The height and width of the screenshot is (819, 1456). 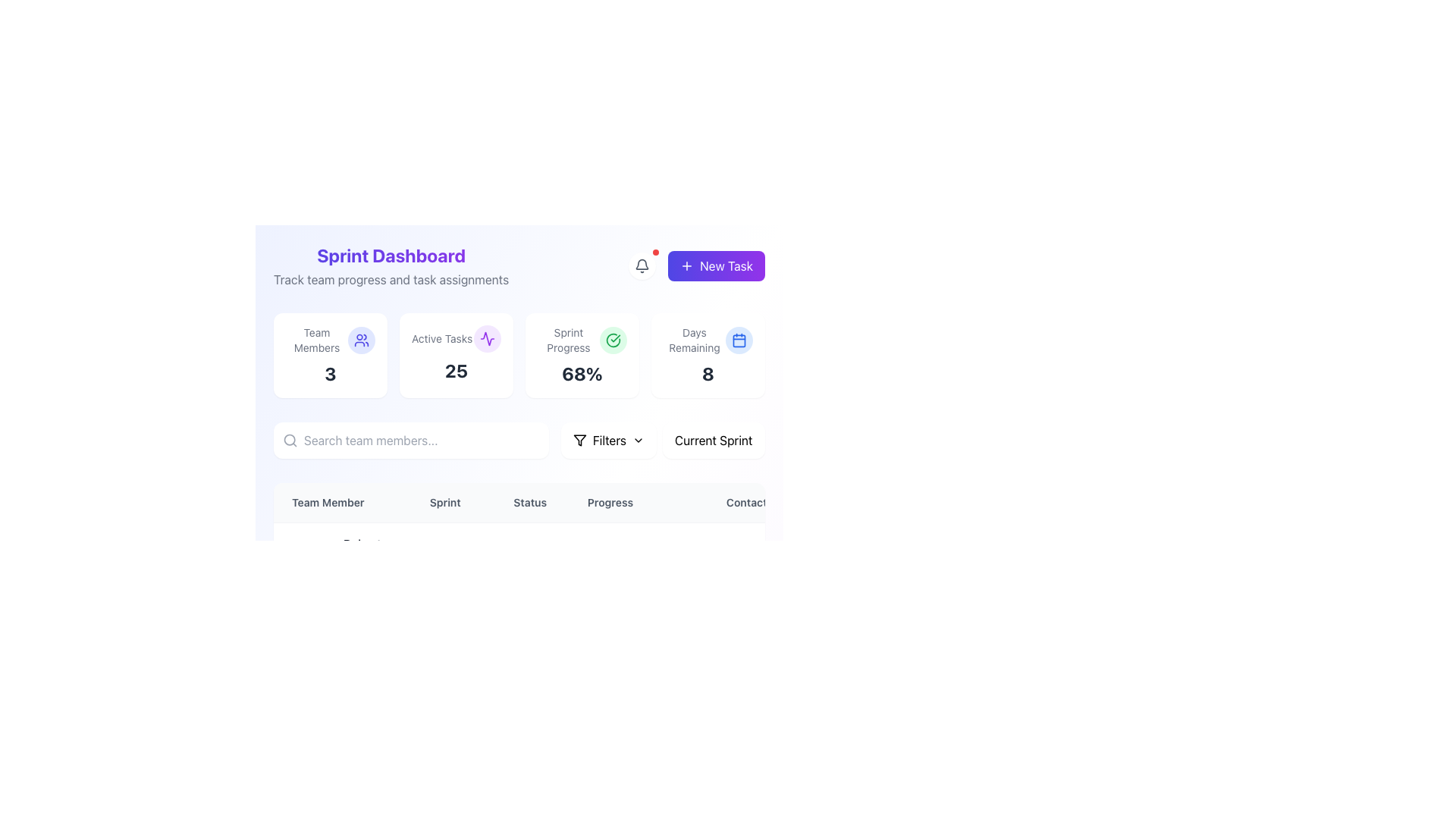 What do you see at coordinates (590, 503) in the screenshot?
I see `the Table Header Row containing labels 'Team Member', 'Sprint', 'Status', 'Progress', and 'Contact' to observe any hover effects` at bounding box center [590, 503].